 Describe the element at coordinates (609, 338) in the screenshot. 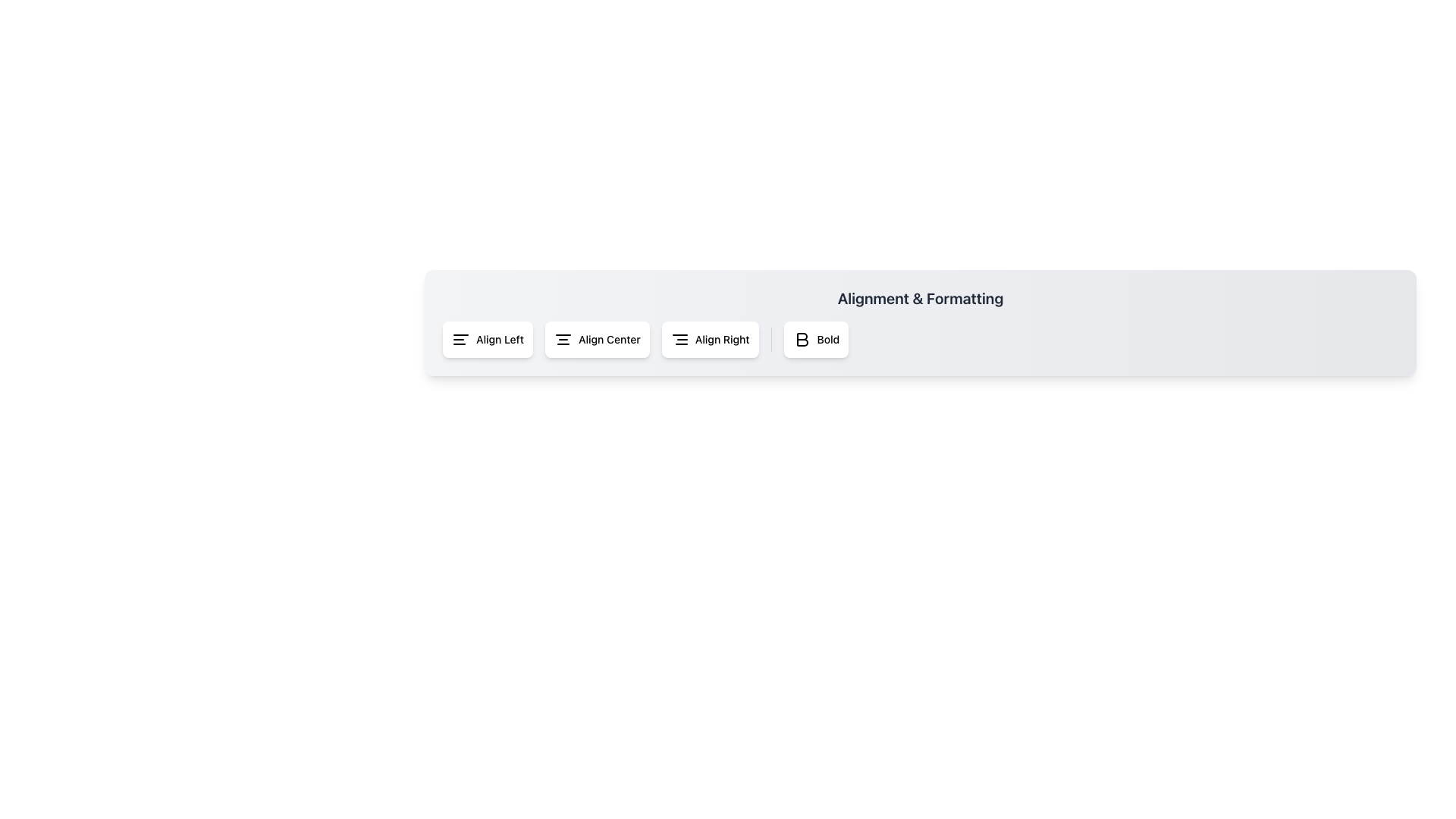

I see `the center-align button in the text editing toolbar, located between the 'Align Left' and 'Align Right' buttons` at that location.